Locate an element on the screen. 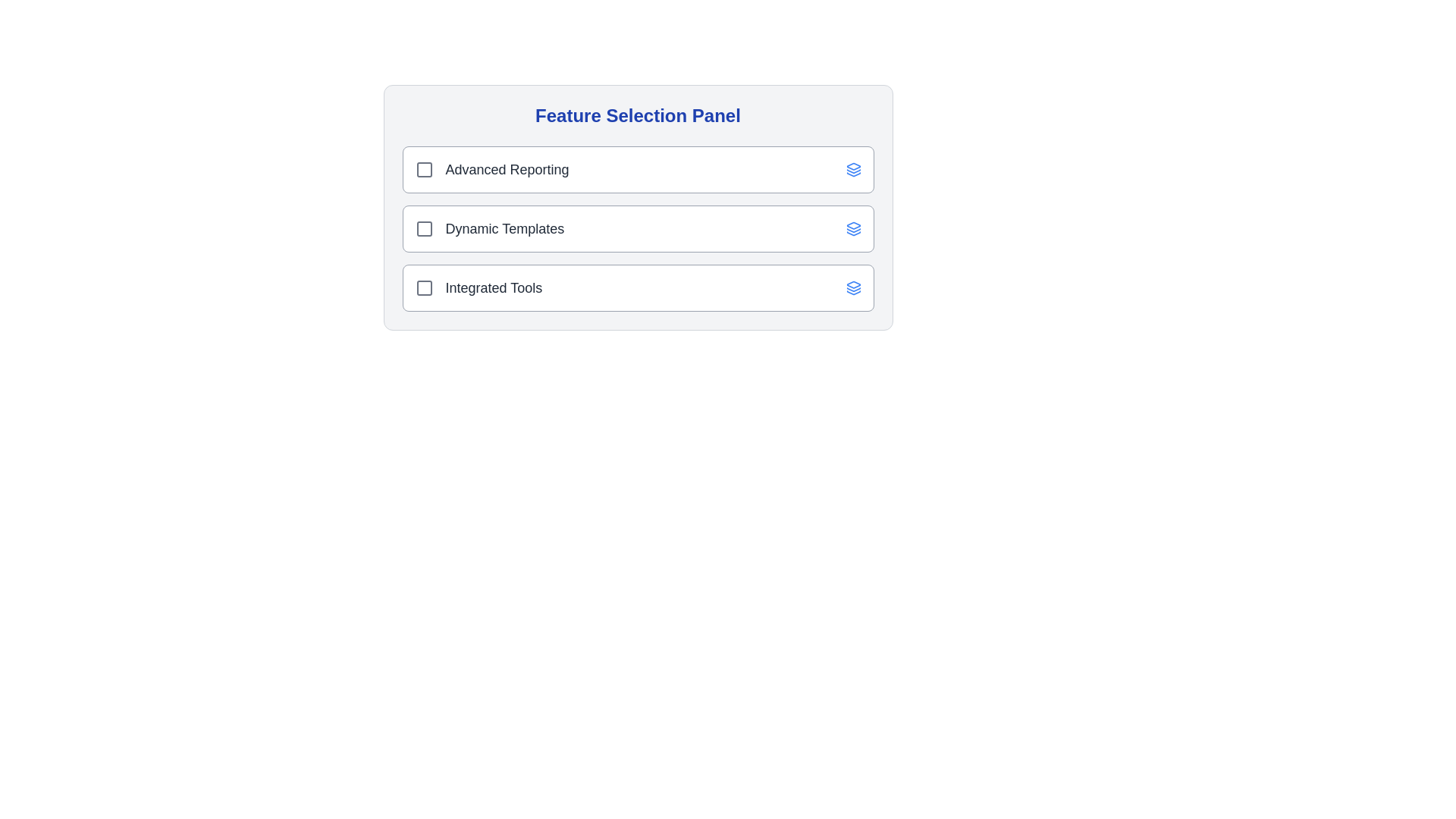  the 'Dynamic Templates' checkbox for keyboard navigation is located at coordinates (489, 228).